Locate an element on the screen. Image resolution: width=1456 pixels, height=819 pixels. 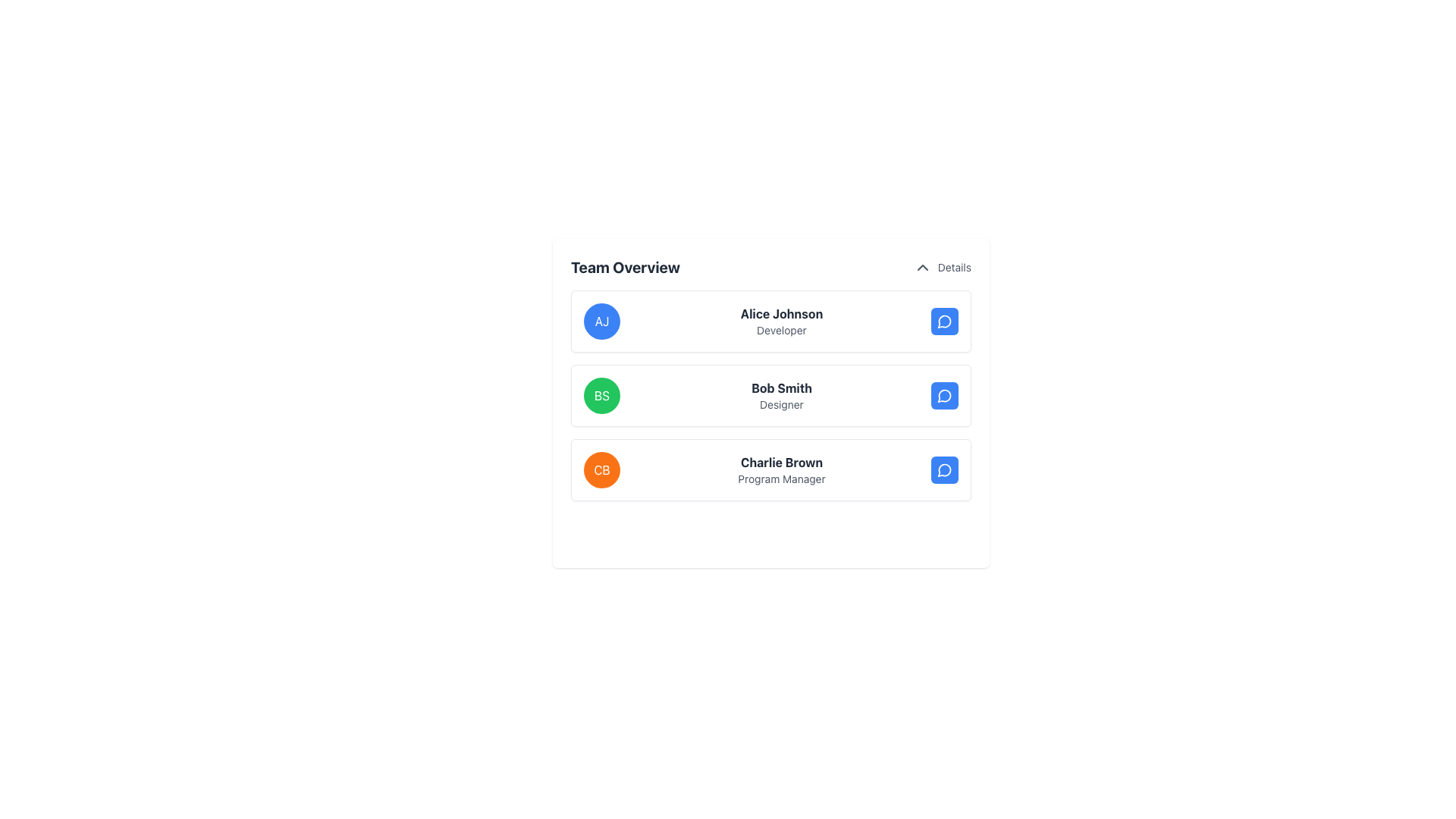
top-most text in the third row of the 'Team Overview' list item, which displays the name associated with 'CB' and is located above the 'Program Manager' label is located at coordinates (782, 461).